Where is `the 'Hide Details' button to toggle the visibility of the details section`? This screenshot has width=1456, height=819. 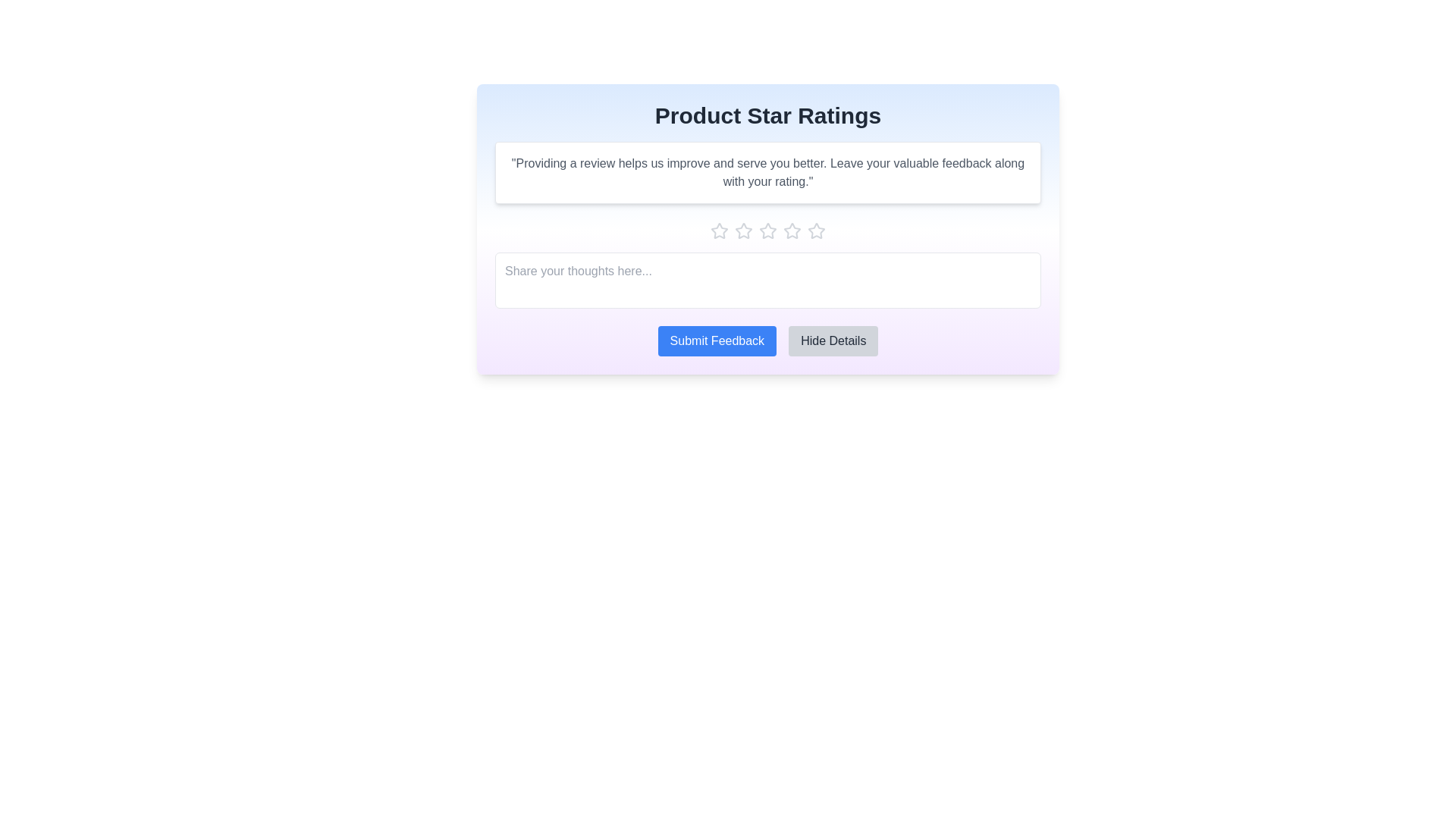 the 'Hide Details' button to toggle the visibility of the details section is located at coordinates (833, 341).